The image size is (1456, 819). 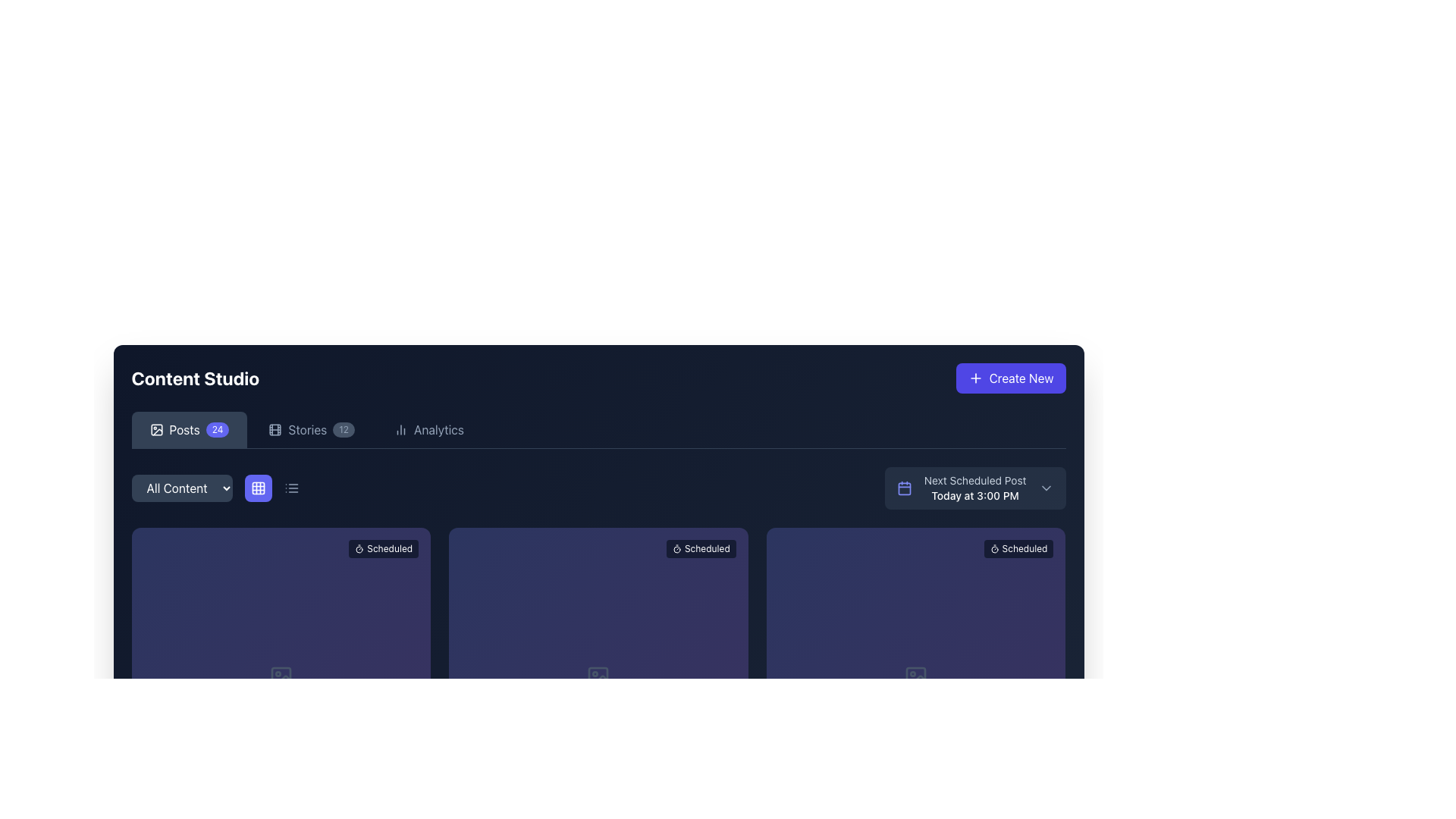 I want to click on the image placeholder icon located at the bottom edge of the grid card in the second row of the dashboard, so click(x=281, y=676).